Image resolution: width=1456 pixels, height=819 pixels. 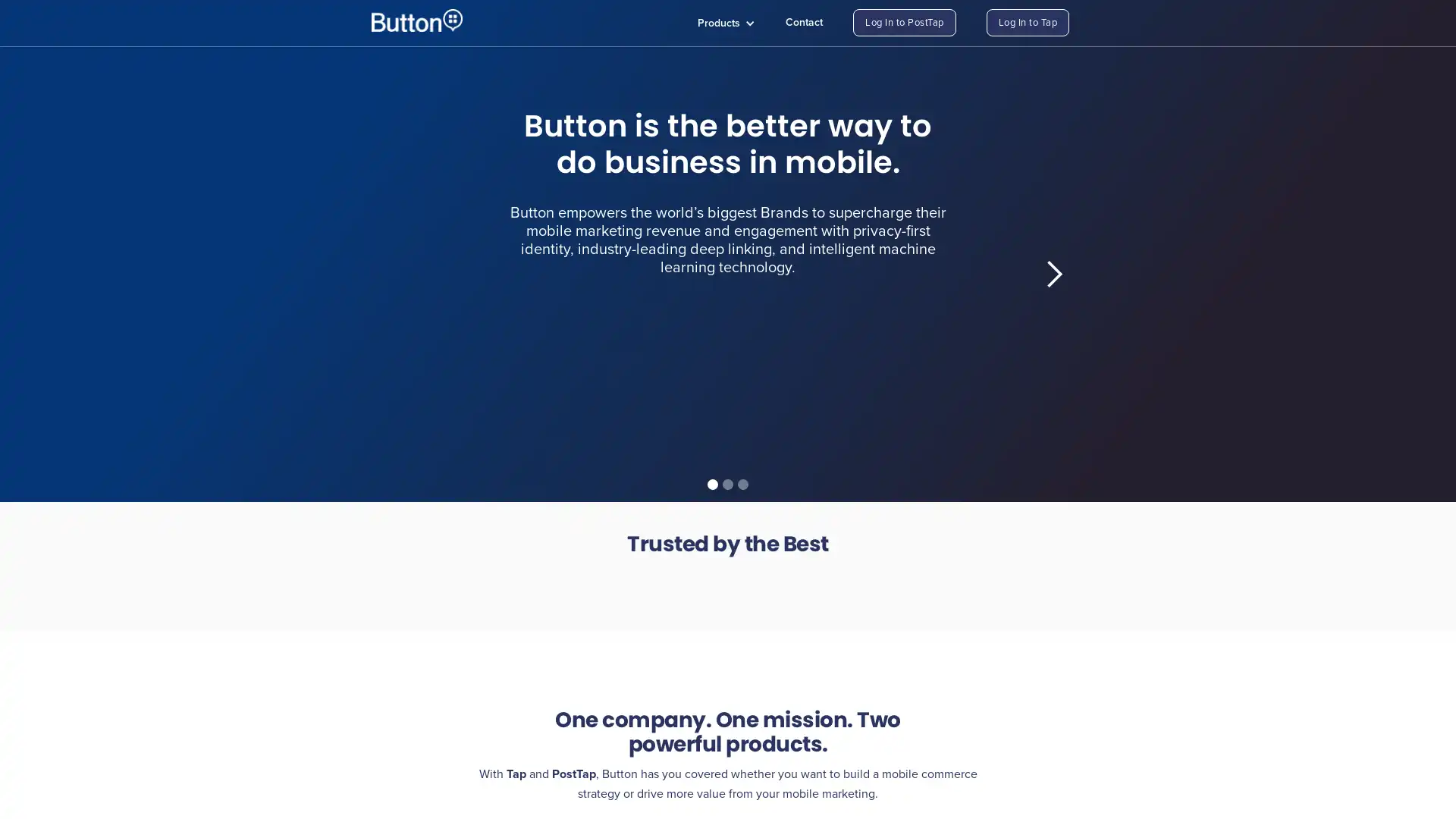 What do you see at coordinates (712, 485) in the screenshot?
I see `Show slide 1 of 3` at bounding box center [712, 485].